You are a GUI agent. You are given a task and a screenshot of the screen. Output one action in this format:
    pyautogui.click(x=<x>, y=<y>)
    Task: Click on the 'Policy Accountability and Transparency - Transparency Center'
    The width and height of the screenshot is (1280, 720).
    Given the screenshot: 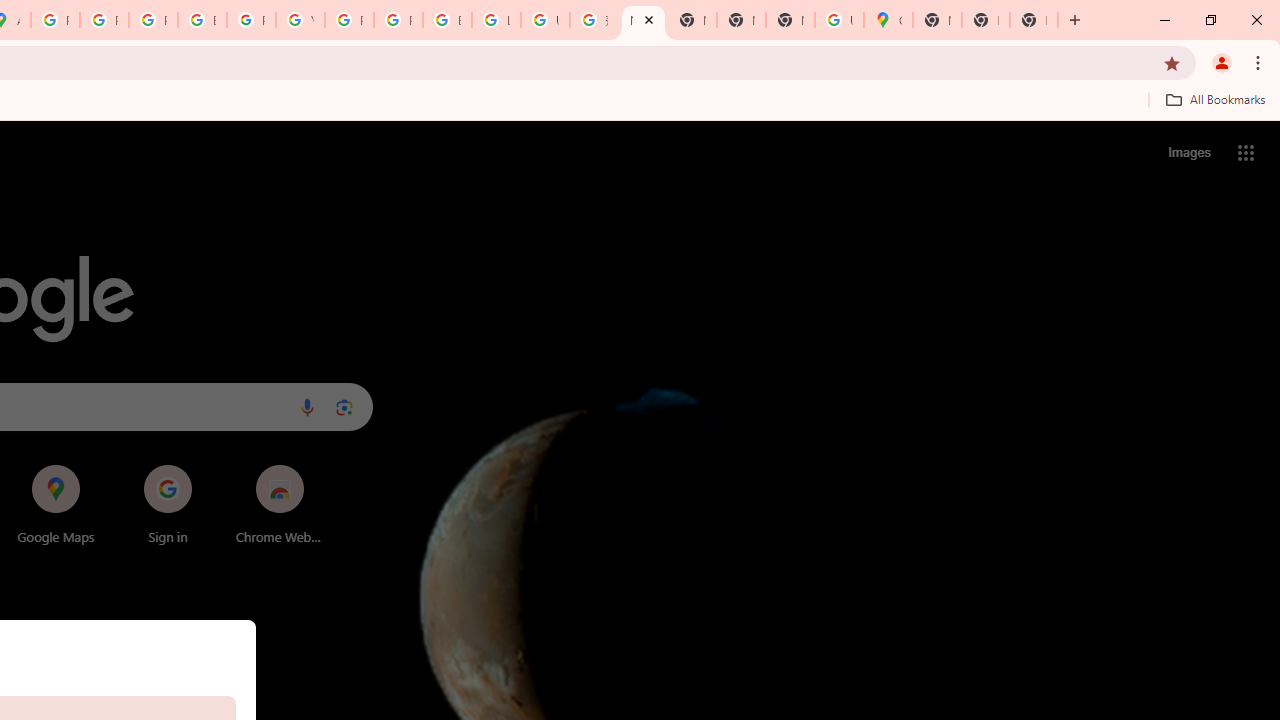 What is the action you would take?
    pyautogui.click(x=55, y=20)
    